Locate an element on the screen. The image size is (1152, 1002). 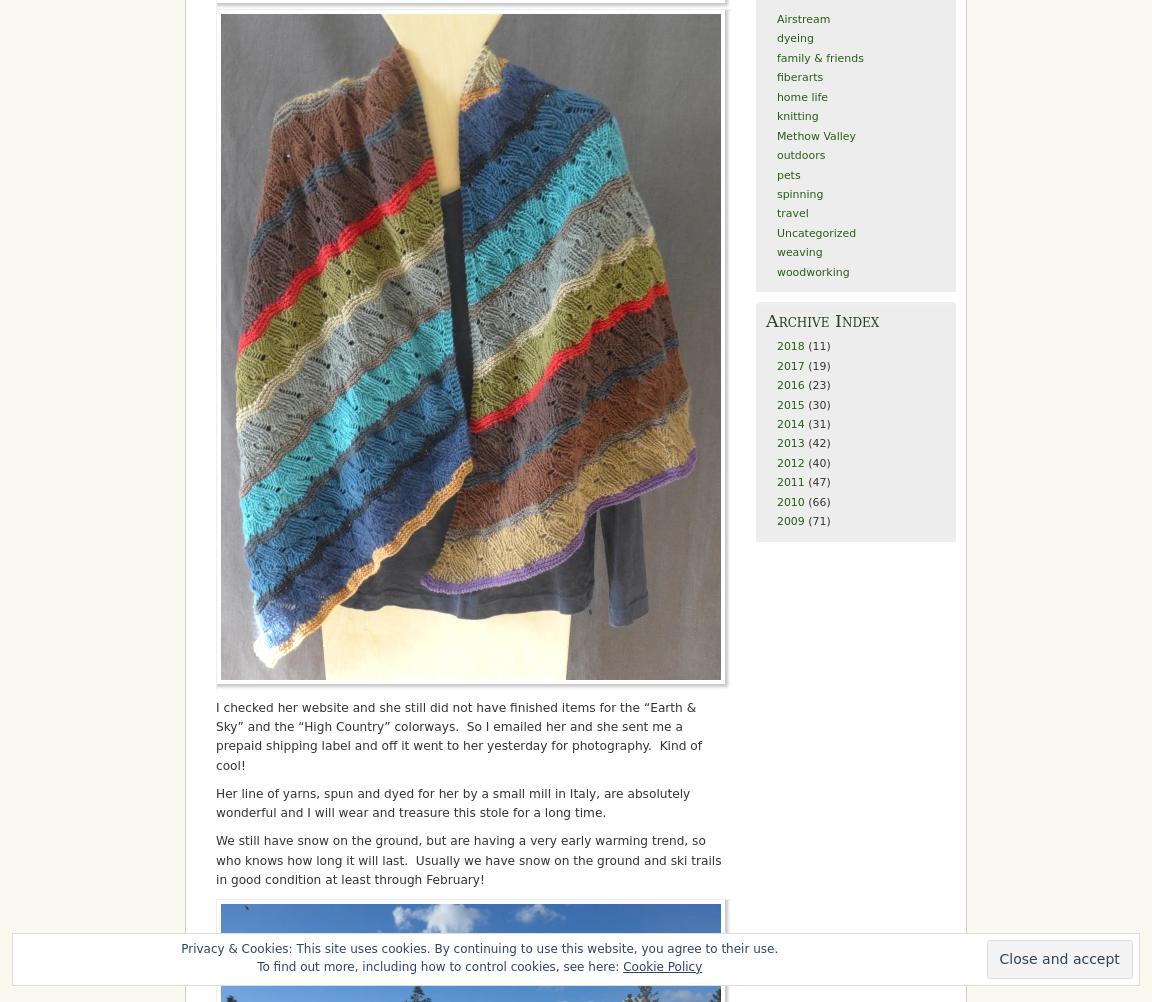
'fiberarts' is located at coordinates (799, 77).